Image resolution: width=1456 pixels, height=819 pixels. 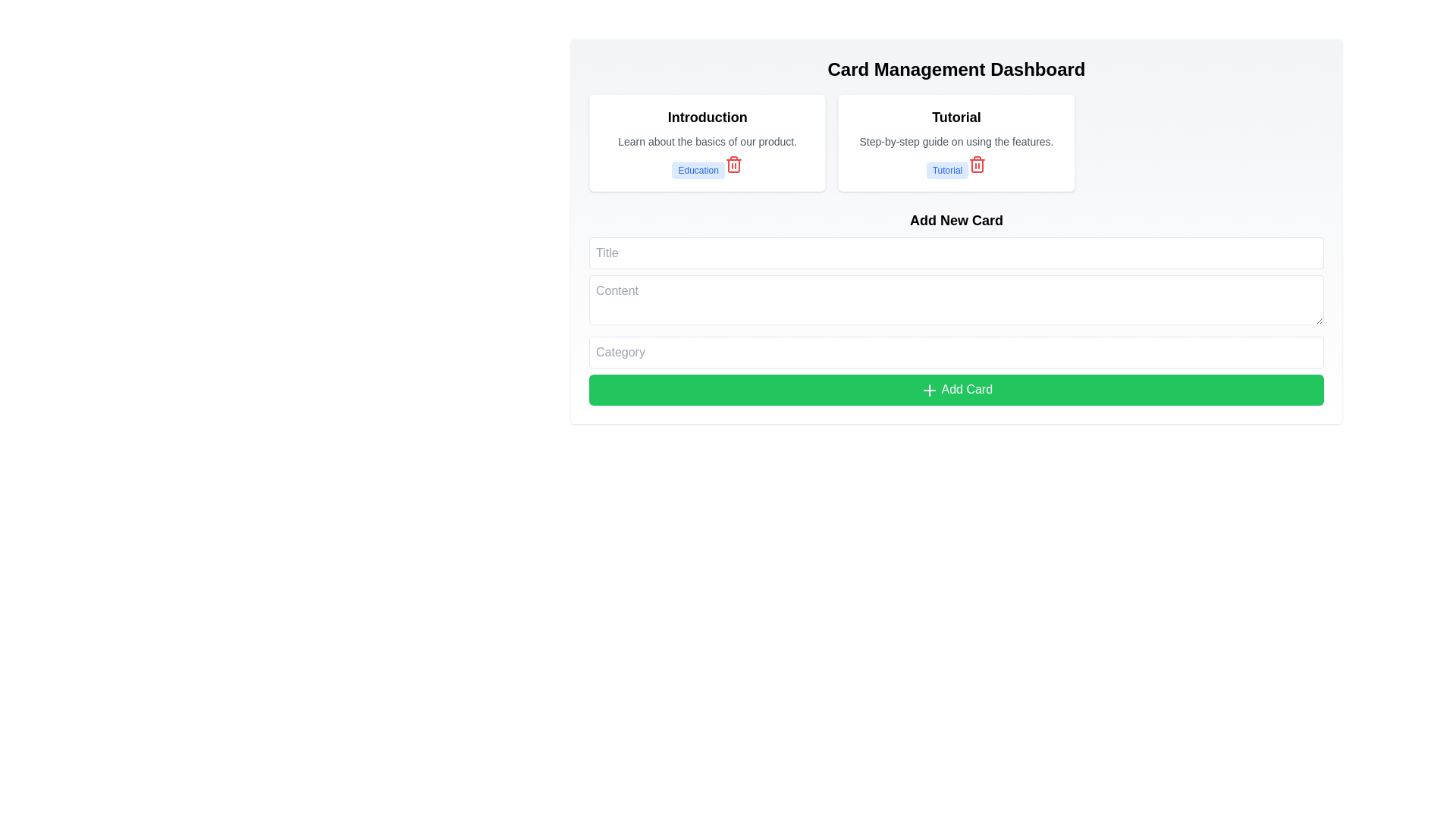 I want to click on text header 'Introduction' which is styled in bold and larger font, positioned at the top-center of the card in the grid layout, so click(x=707, y=116).